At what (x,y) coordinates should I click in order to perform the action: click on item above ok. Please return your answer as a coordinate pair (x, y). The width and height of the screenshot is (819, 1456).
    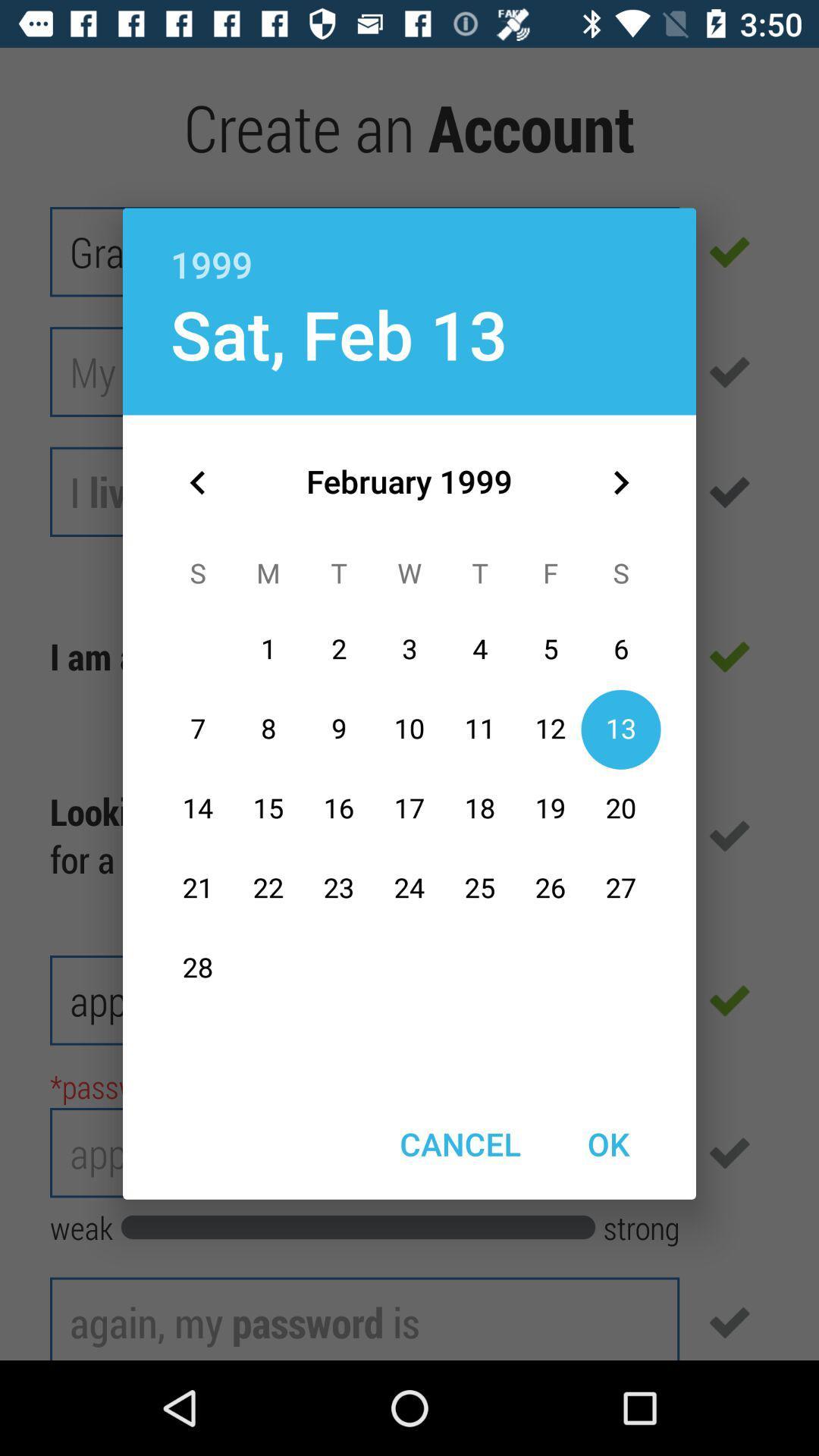
    Looking at the image, I should click on (620, 482).